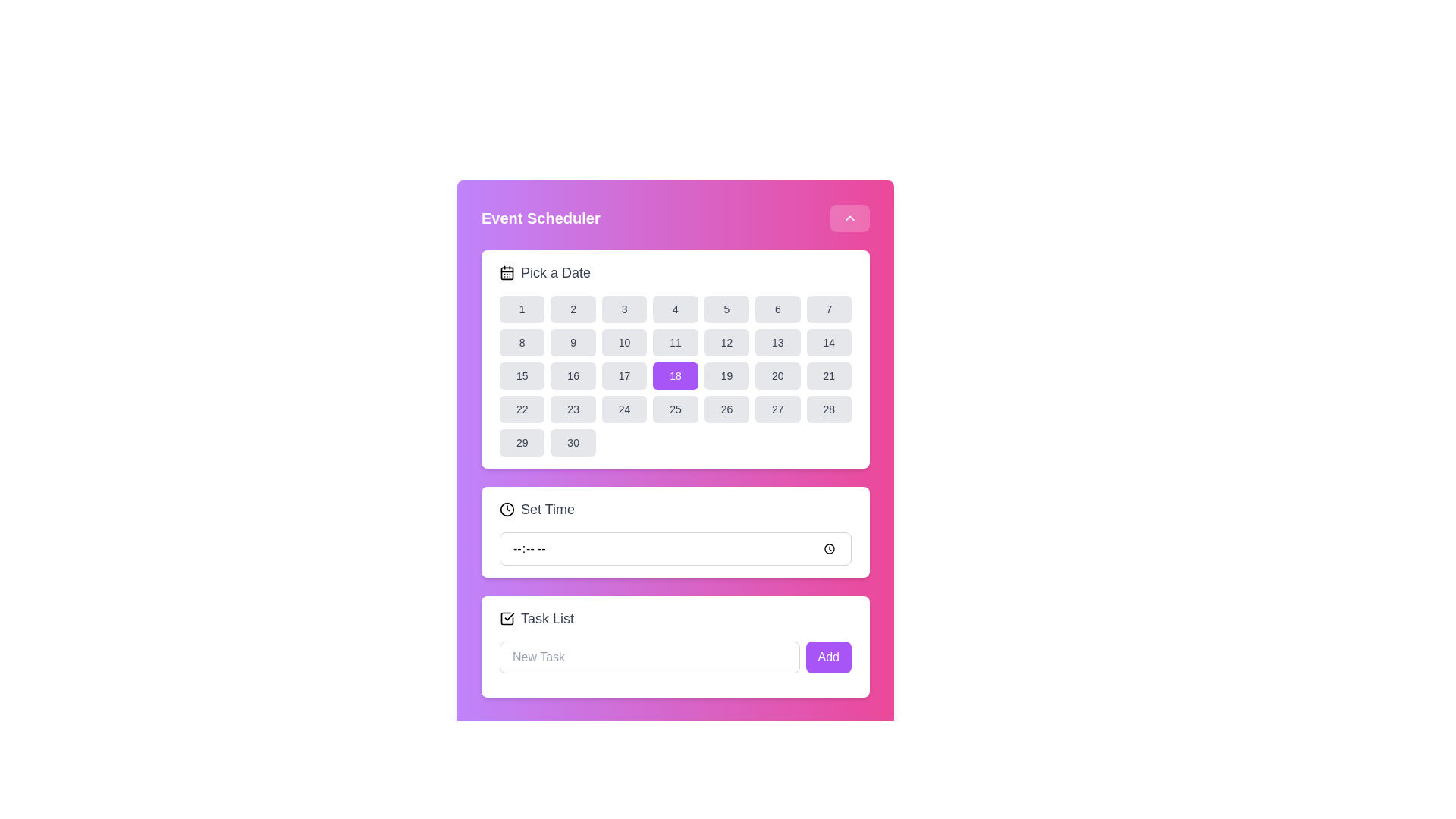 The image size is (1456, 819). I want to click on the rectangular button with rounded corners displaying the number '19', so click(726, 375).